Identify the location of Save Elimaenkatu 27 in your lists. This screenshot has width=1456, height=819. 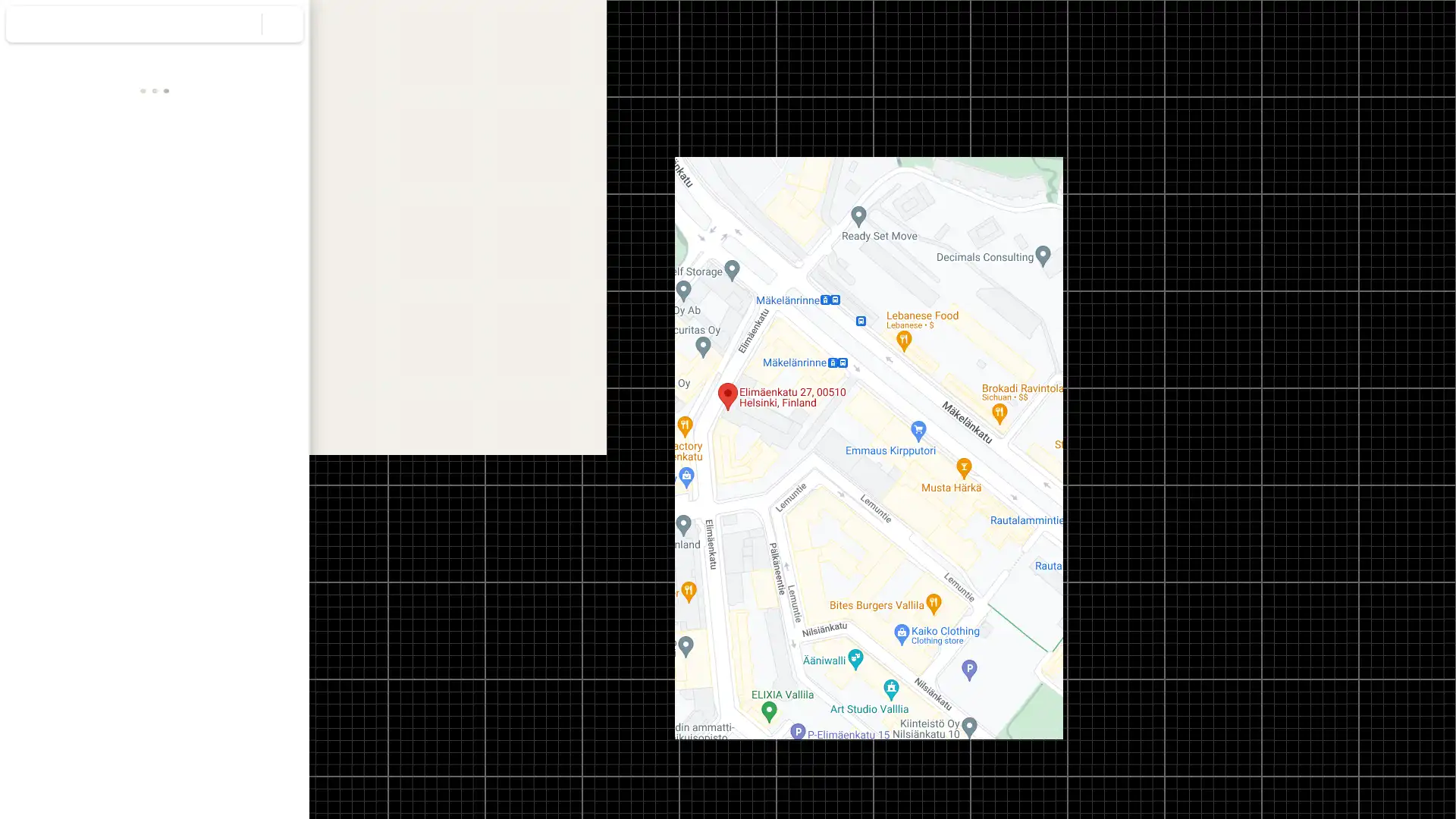
(98, 259).